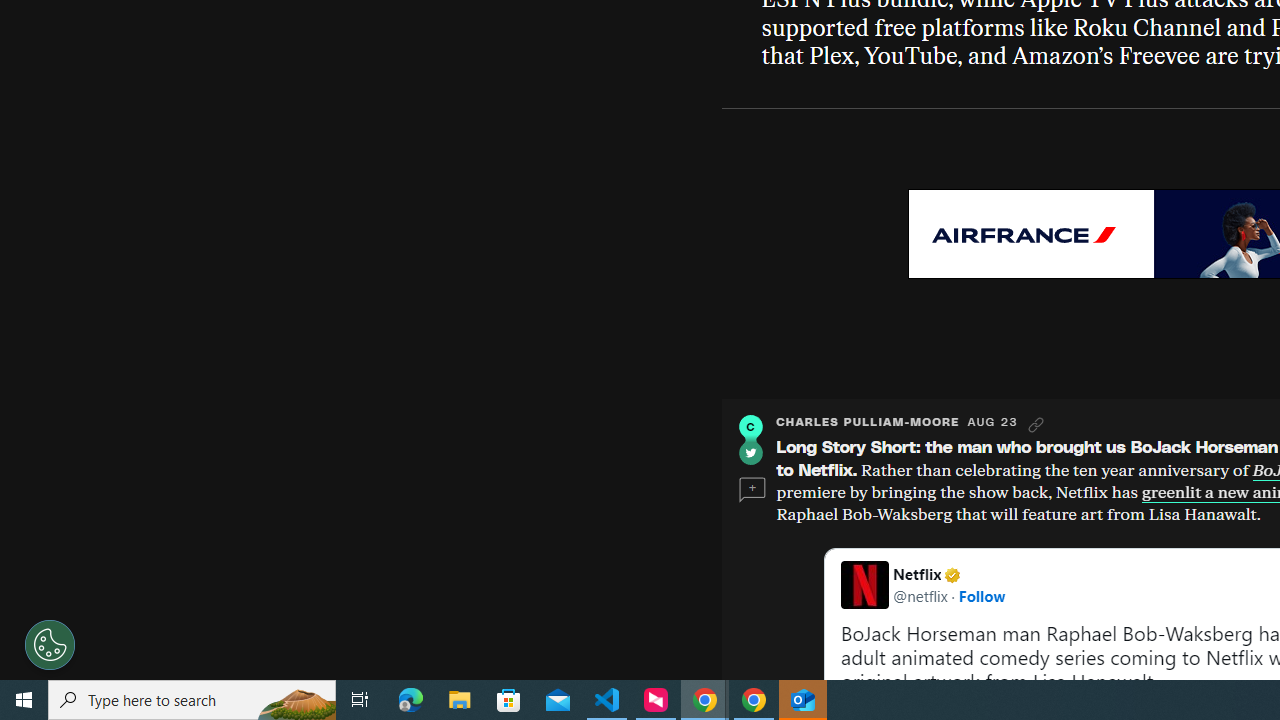 The height and width of the screenshot is (720, 1280). I want to click on 'Link', so click(1036, 424).